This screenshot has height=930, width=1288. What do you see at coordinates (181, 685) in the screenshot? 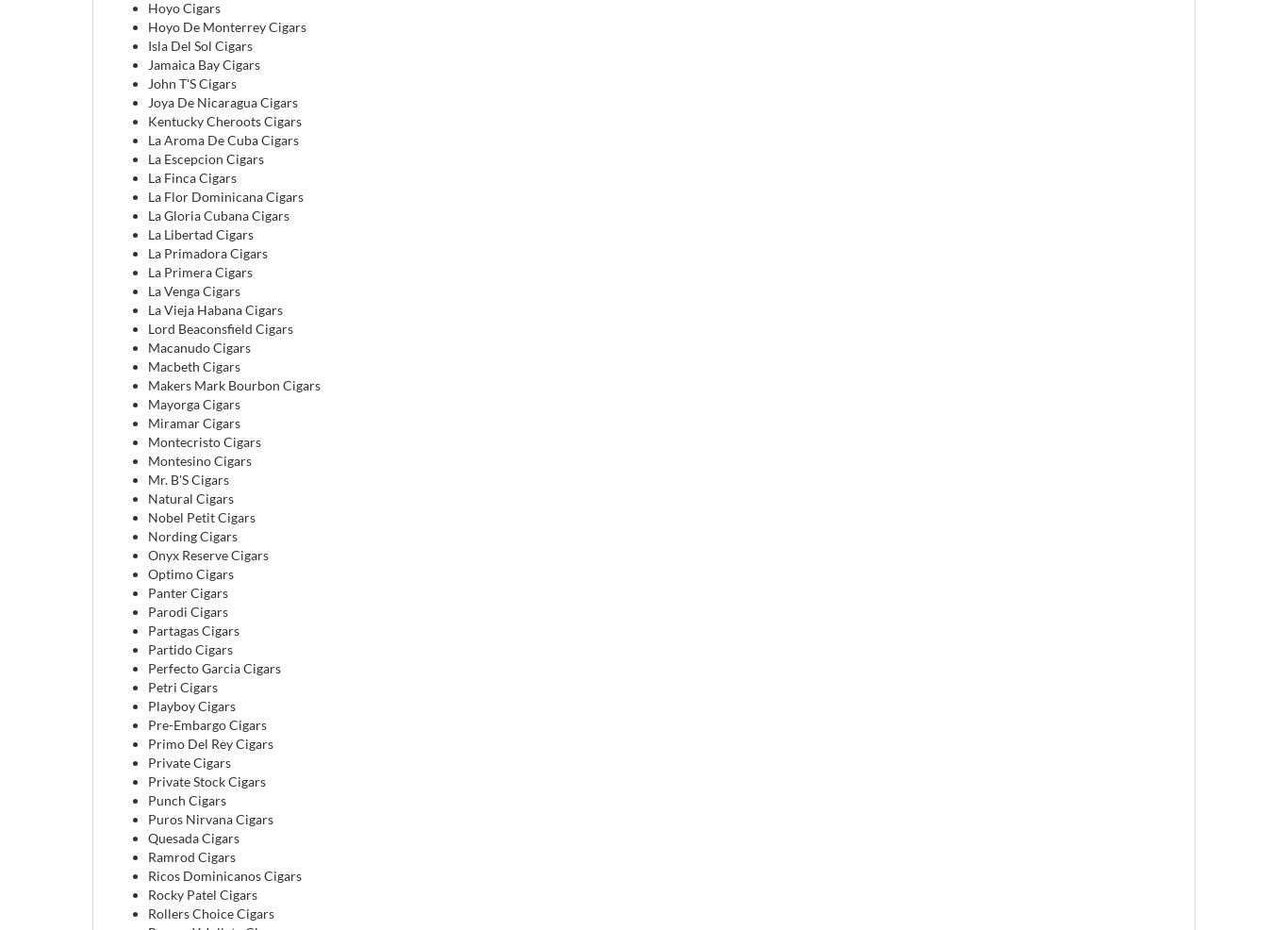
I see `'Petri Cigars'` at bounding box center [181, 685].